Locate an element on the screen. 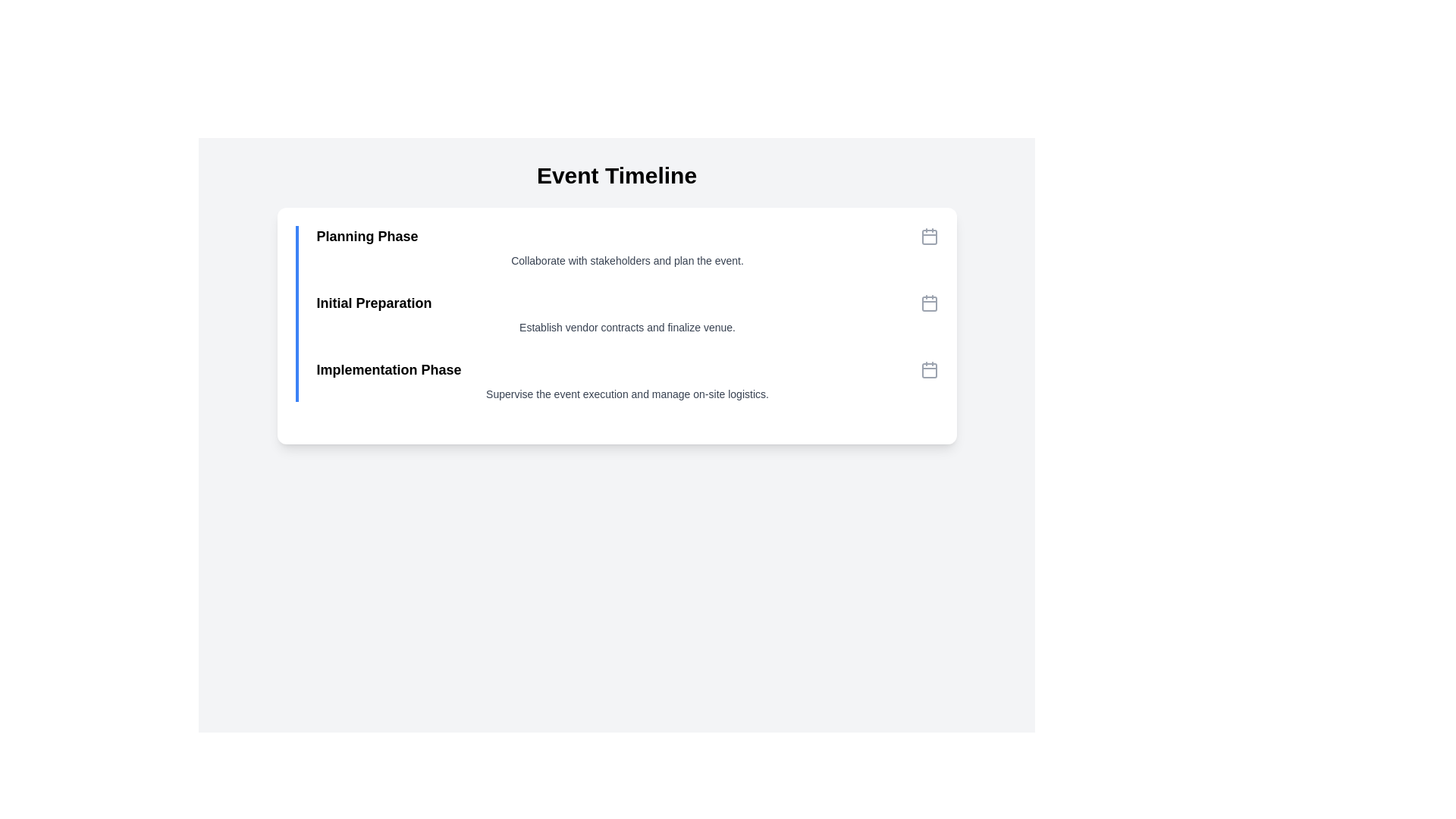 The height and width of the screenshot is (819, 1456). the third calendar icon located to the right of the 'Implementation Phase' text in the timeline list is located at coordinates (928, 370).